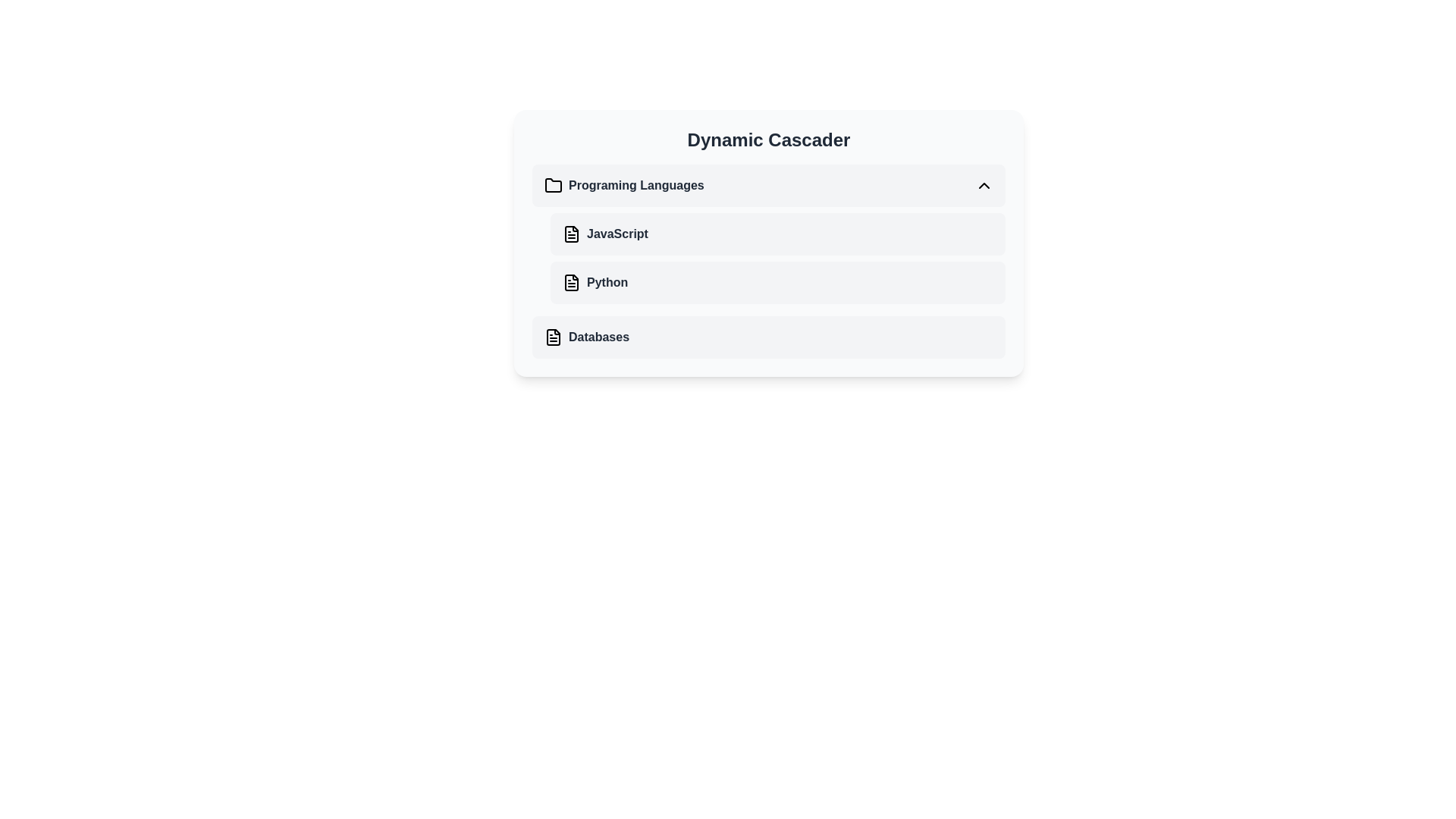  I want to click on the 'Programming Languages' text label, which is the first item in the vertical list of selectable entries under the heading 'Dynamic Cascader', so click(636, 185).